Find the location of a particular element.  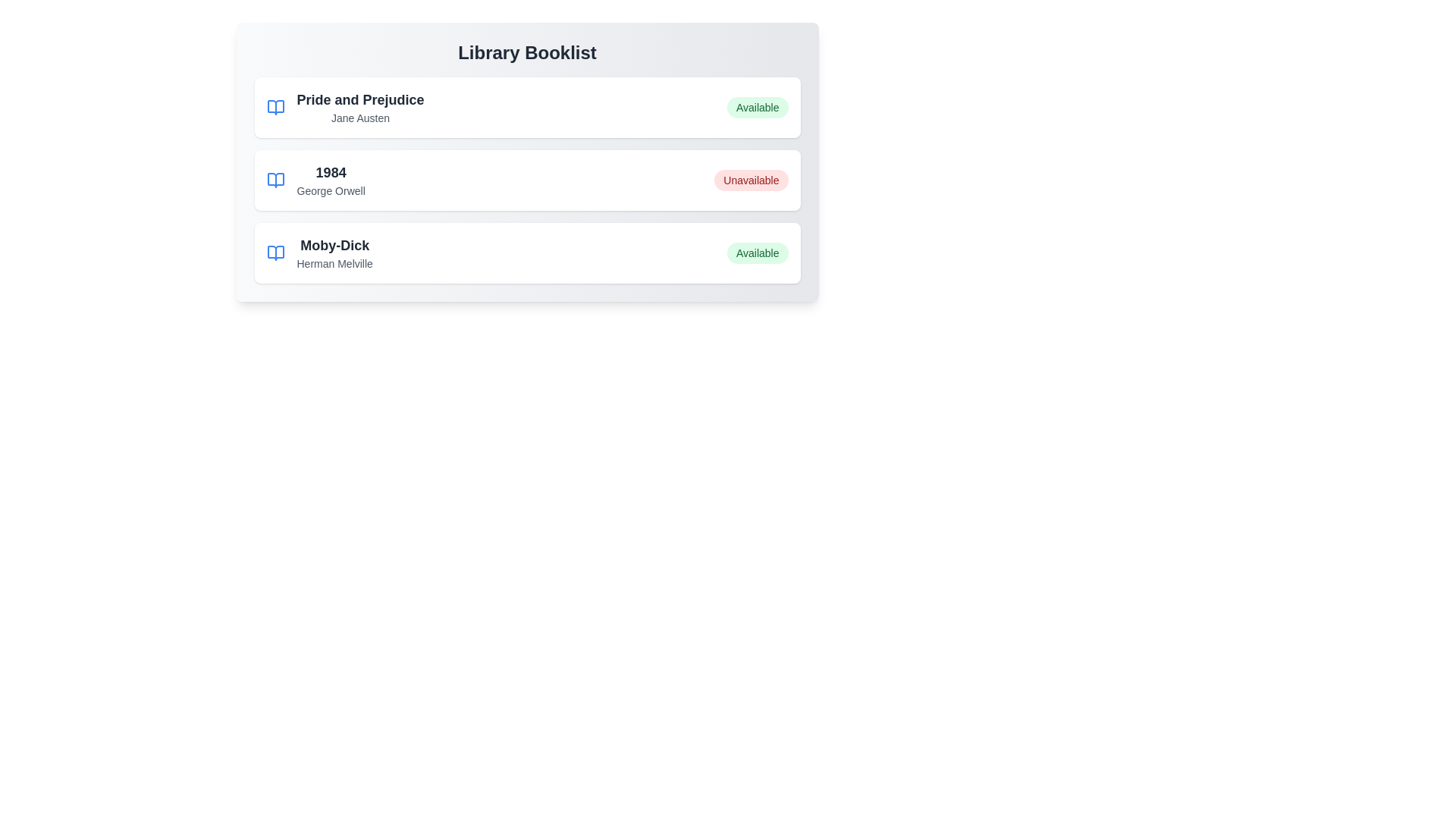

the book icon to view details for Moby-Dick is located at coordinates (275, 253).